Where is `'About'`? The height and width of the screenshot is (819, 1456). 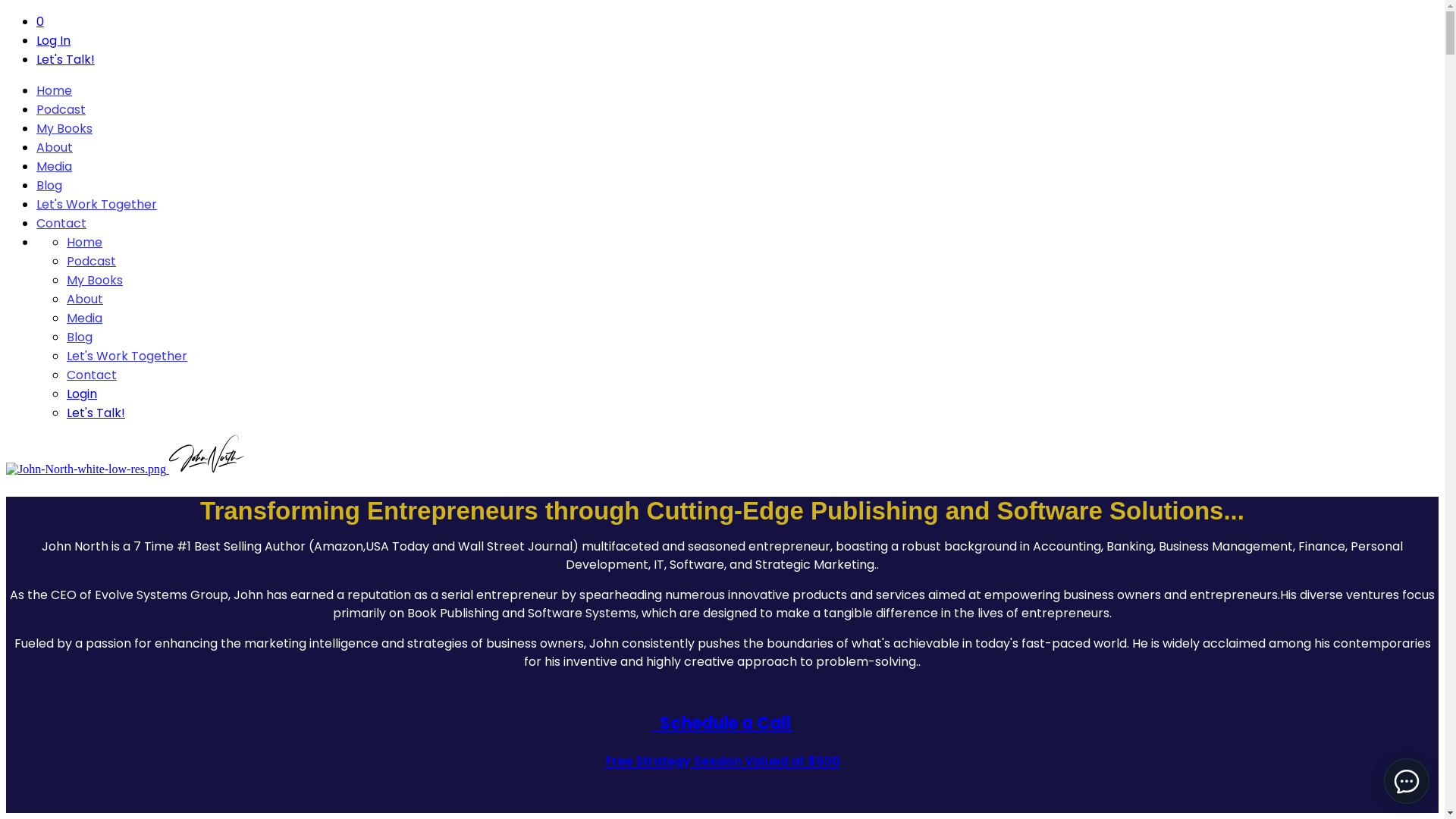
'About' is located at coordinates (55, 147).